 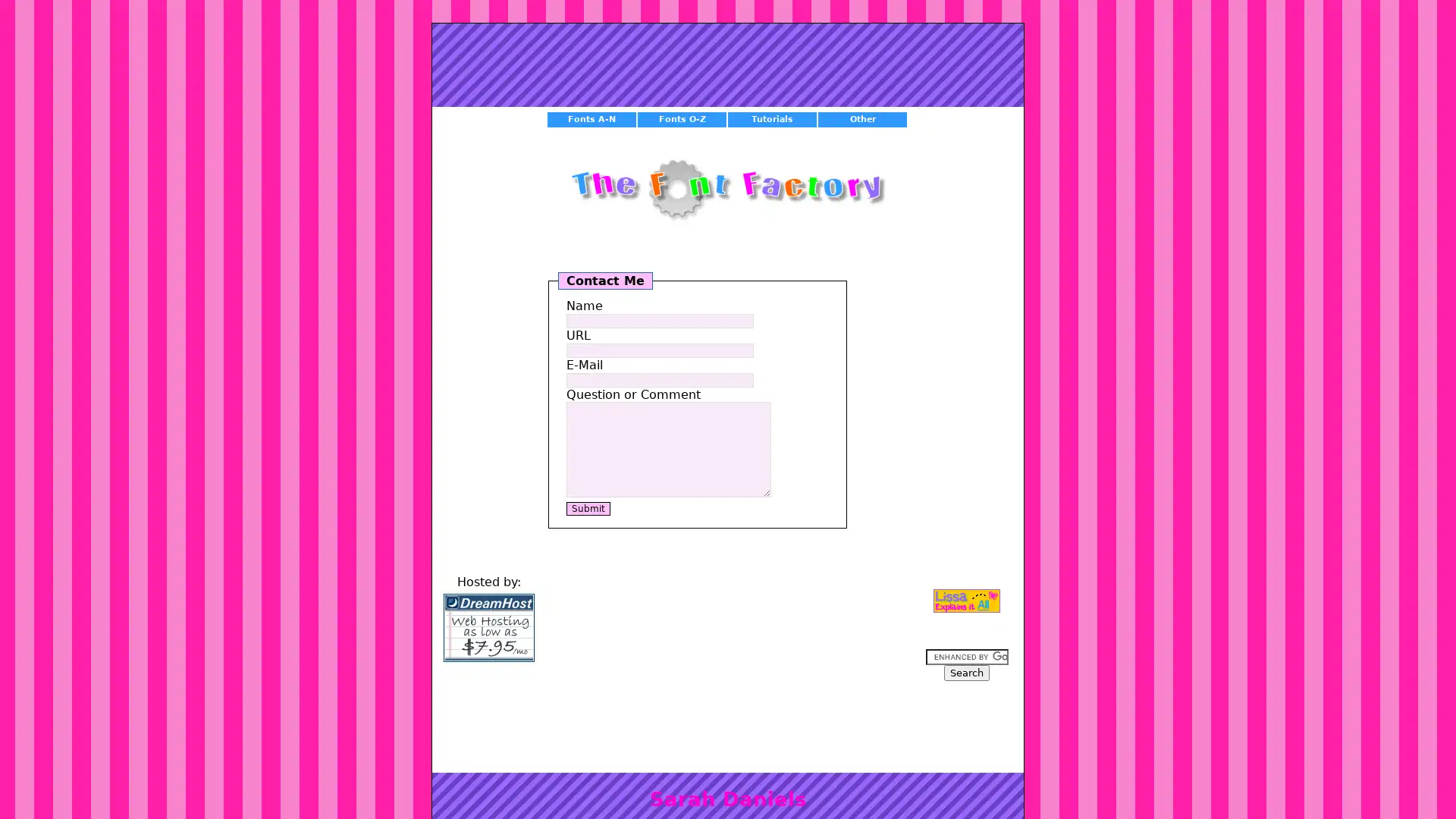 I want to click on Submit, so click(x=588, y=508).